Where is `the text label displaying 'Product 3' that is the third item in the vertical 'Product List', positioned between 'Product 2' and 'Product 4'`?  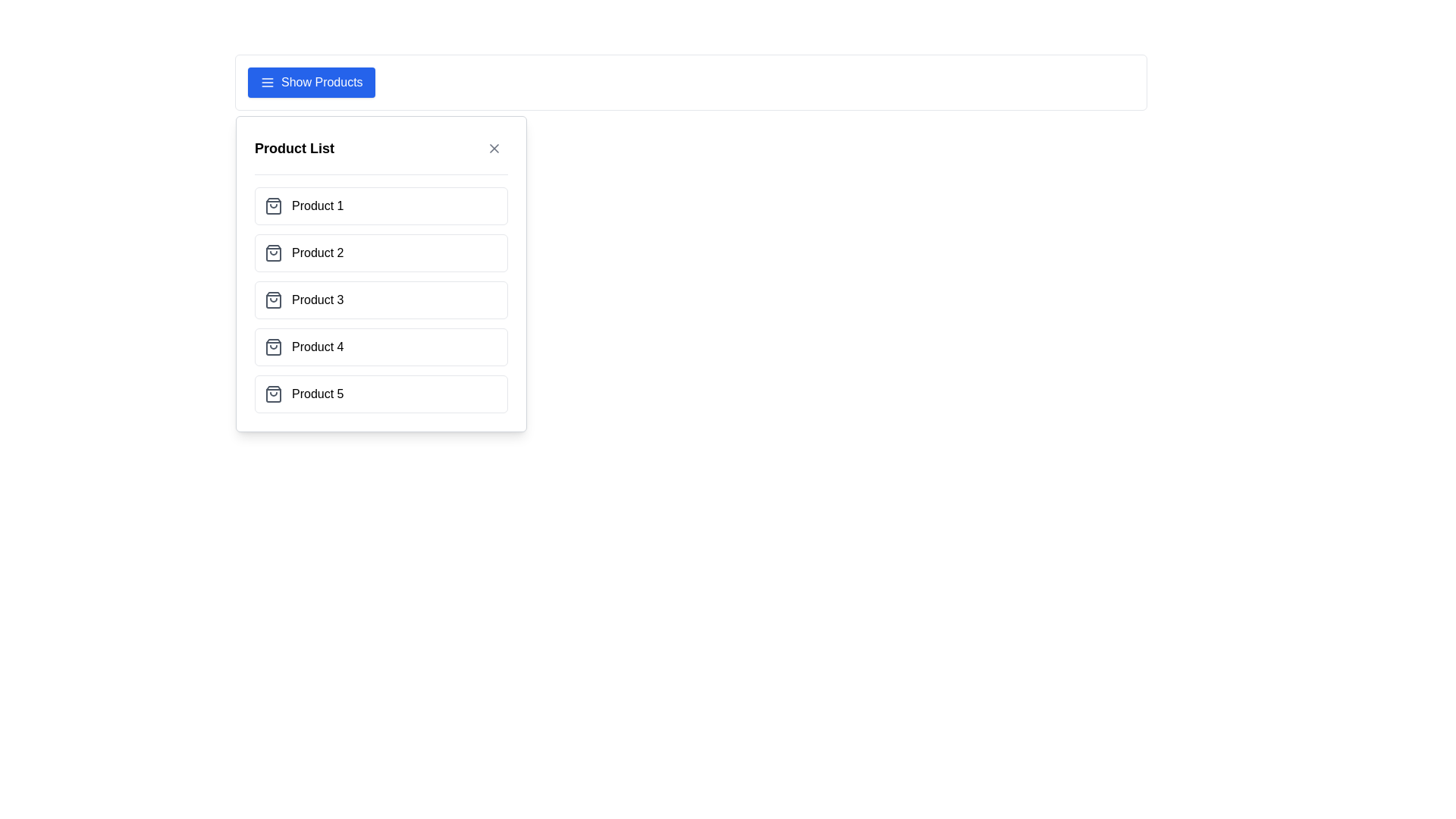
the text label displaying 'Product 3' that is the third item in the vertical 'Product List', positioned between 'Product 2' and 'Product 4' is located at coordinates (317, 300).